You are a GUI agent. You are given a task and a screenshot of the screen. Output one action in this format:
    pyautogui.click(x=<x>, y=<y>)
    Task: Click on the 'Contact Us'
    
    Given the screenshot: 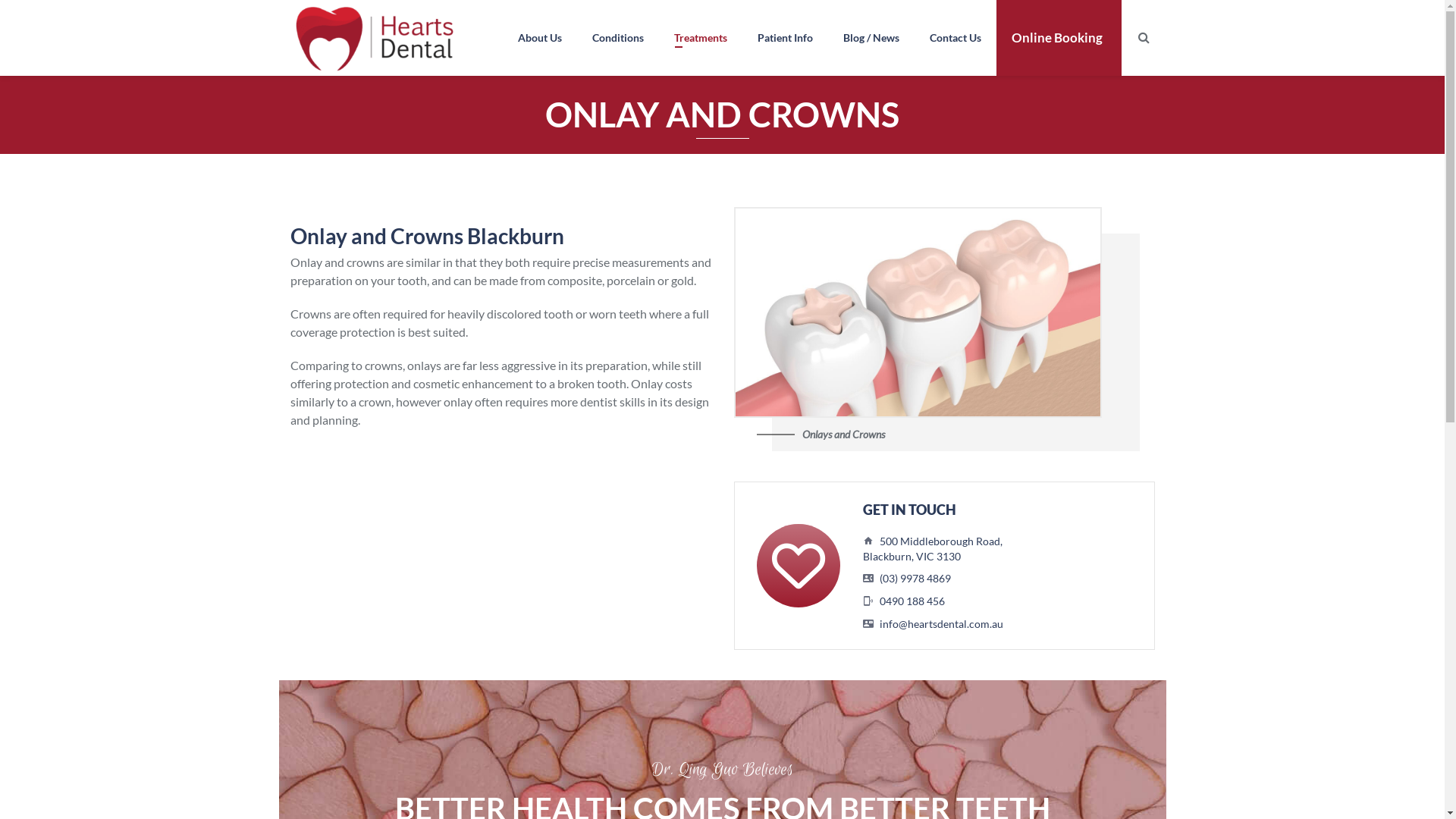 What is the action you would take?
    pyautogui.click(x=954, y=37)
    